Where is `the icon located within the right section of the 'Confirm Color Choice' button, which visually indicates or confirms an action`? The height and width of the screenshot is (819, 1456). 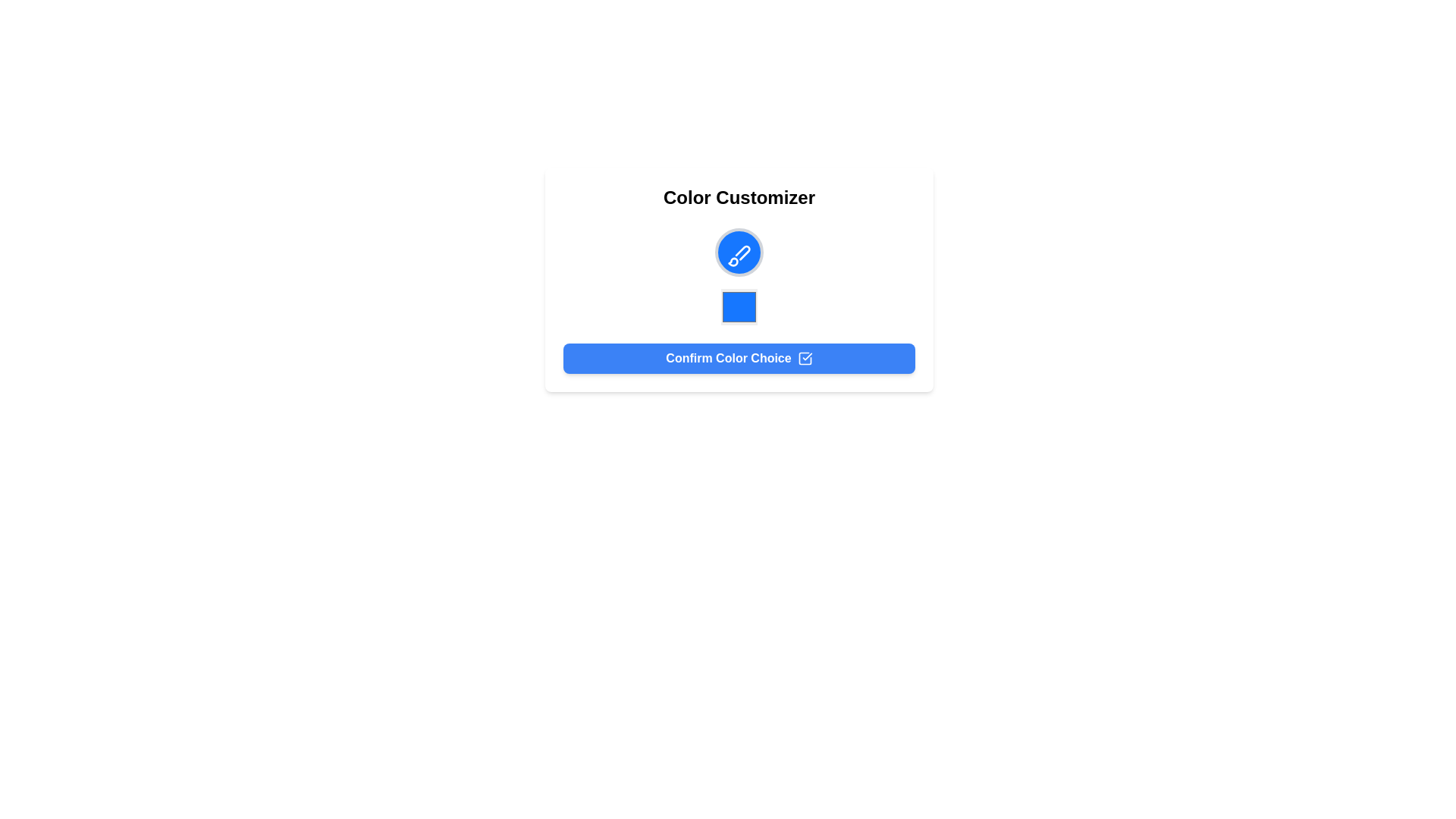
the icon located within the right section of the 'Confirm Color Choice' button, which visually indicates or confirms an action is located at coordinates (804, 359).